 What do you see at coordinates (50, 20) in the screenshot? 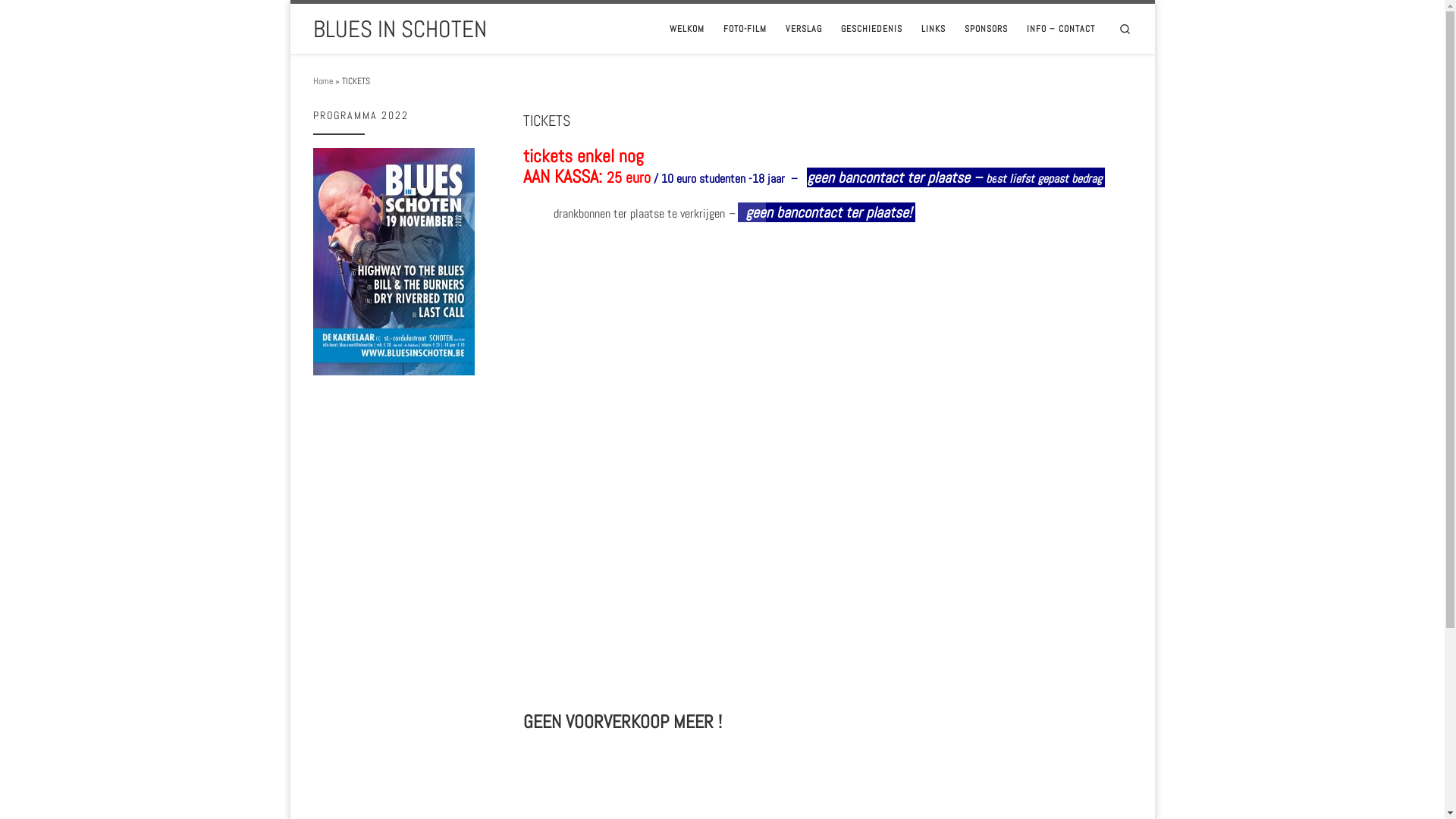
I see `'Skip to content'` at bounding box center [50, 20].